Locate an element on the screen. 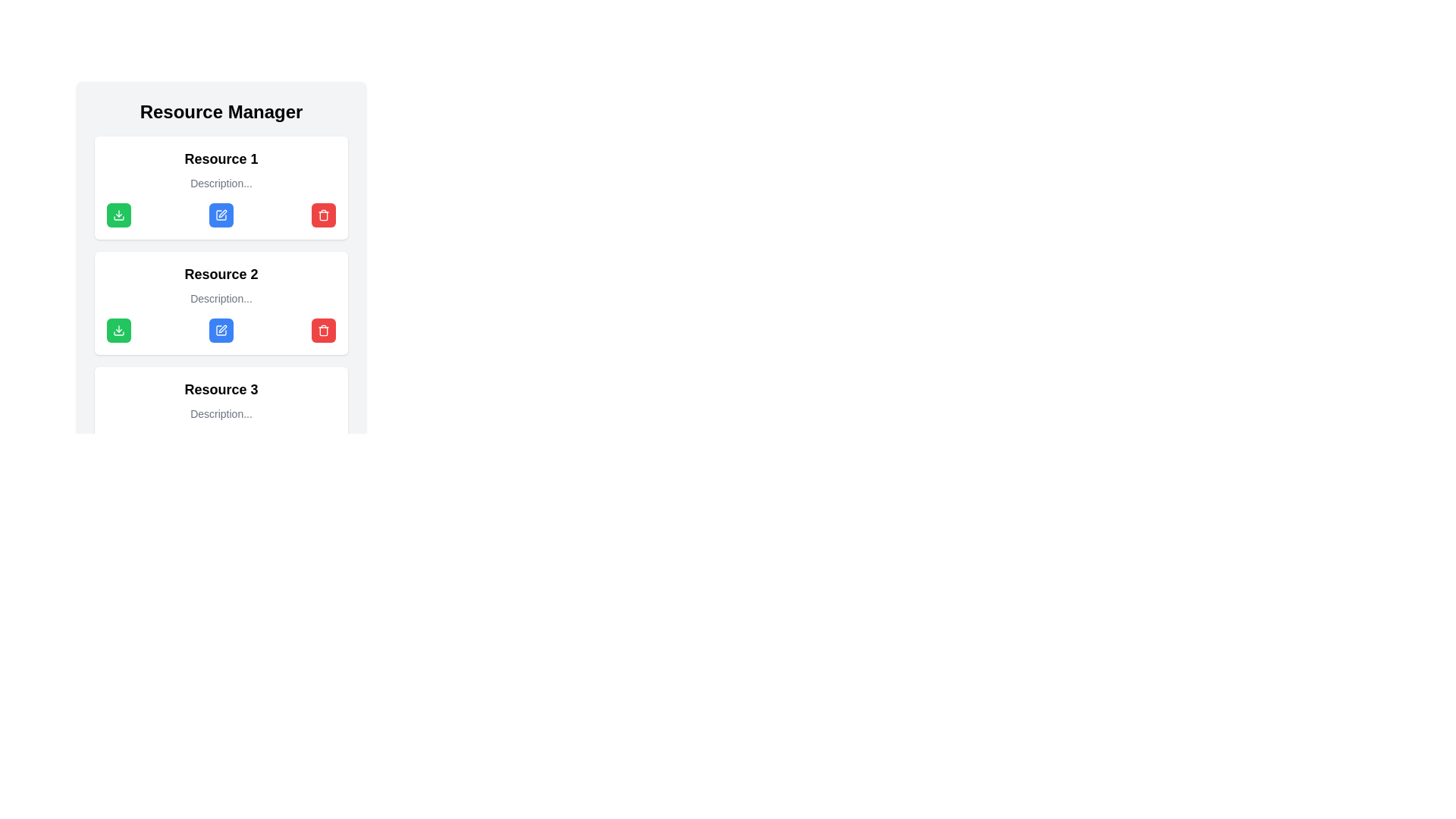  the green button with a downward arrow icon in the top-left corner of the 'Resource 1' card is located at coordinates (118, 215).